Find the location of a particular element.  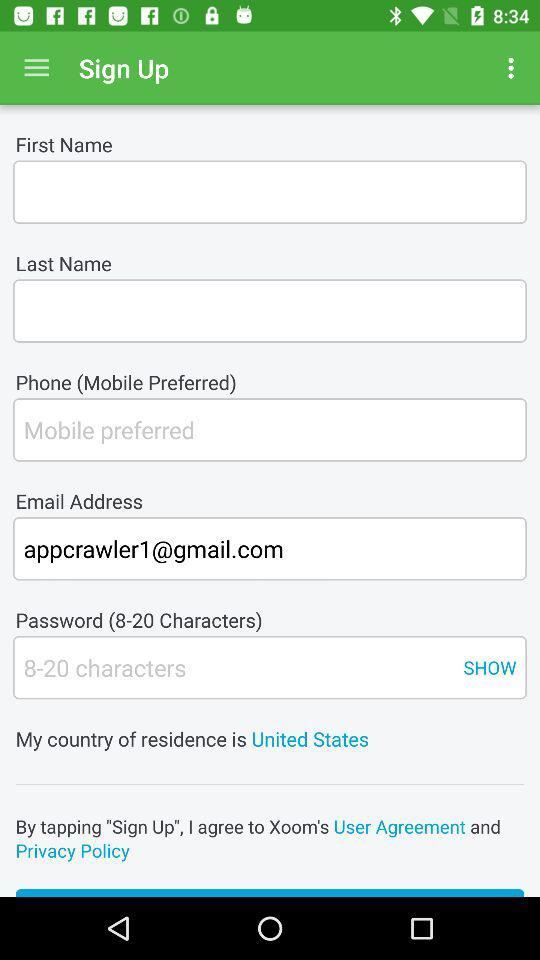

the my country of is located at coordinates (270, 724).